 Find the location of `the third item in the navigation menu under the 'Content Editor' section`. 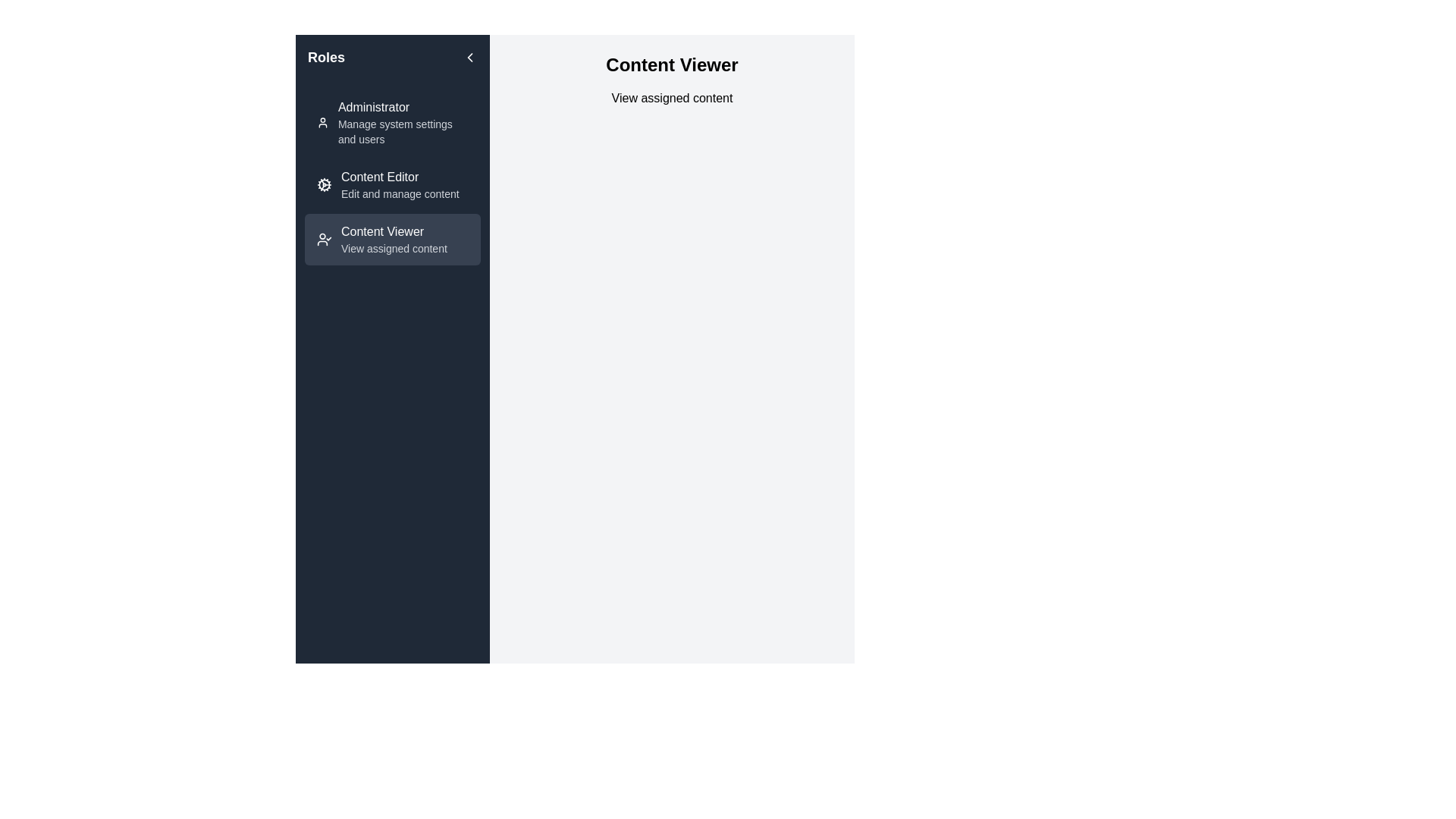

the third item in the navigation menu under the 'Content Editor' section is located at coordinates (394, 239).